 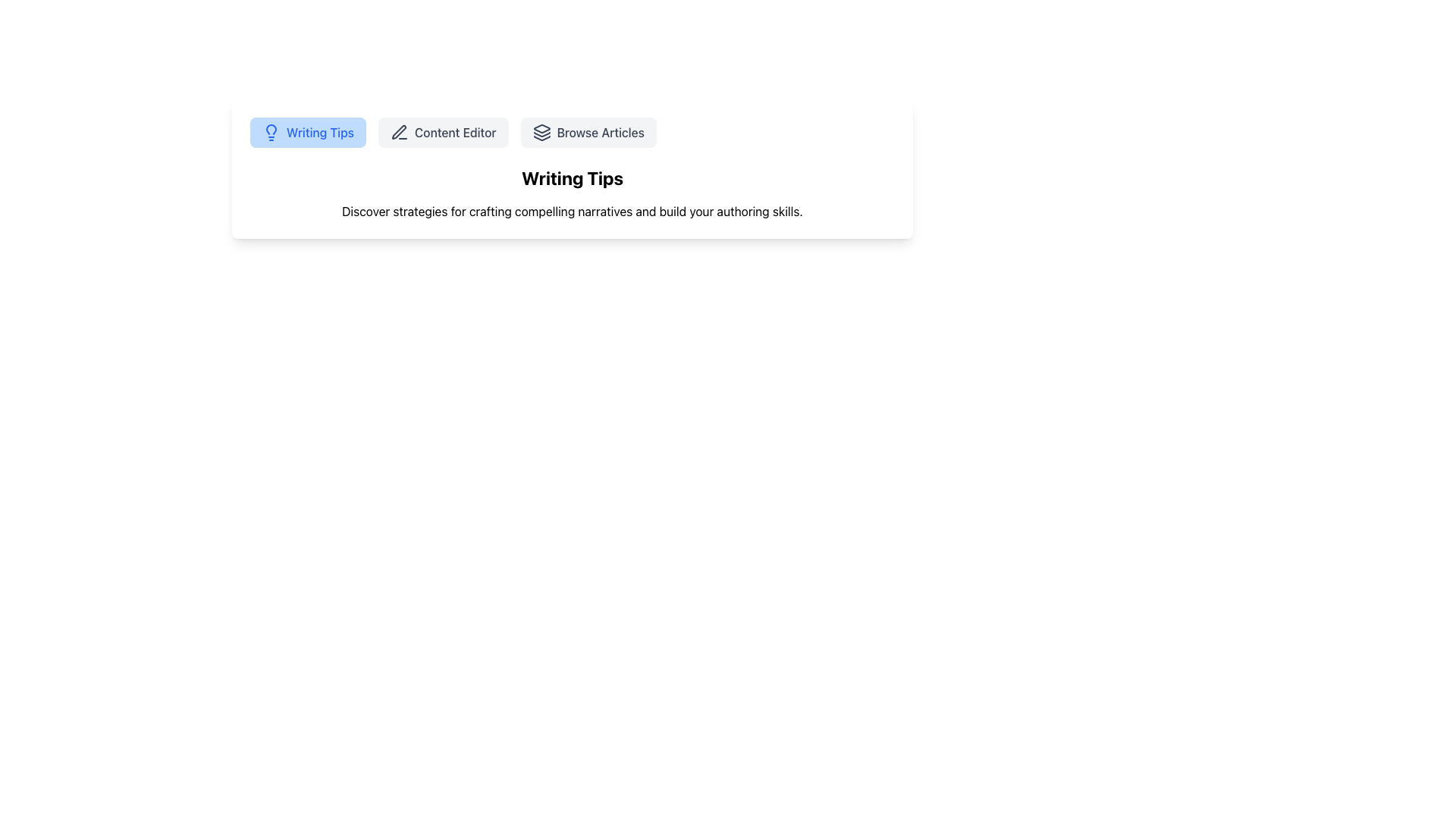 What do you see at coordinates (454, 131) in the screenshot?
I see `the descriptive text label for the button that indicates its functionality related to editing content, positioned between a pen icon and the 'Browse Articles' button` at bounding box center [454, 131].